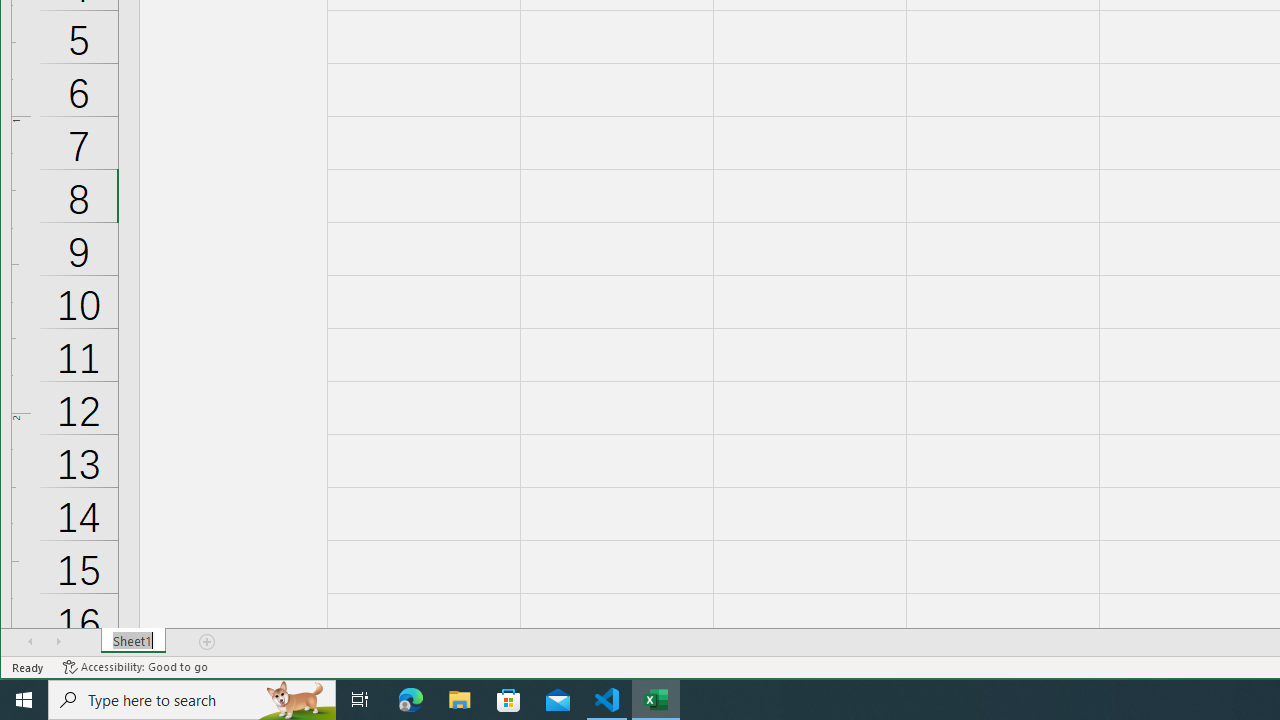 The width and height of the screenshot is (1280, 720). What do you see at coordinates (410, 698) in the screenshot?
I see `'Microsoft Edge'` at bounding box center [410, 698].